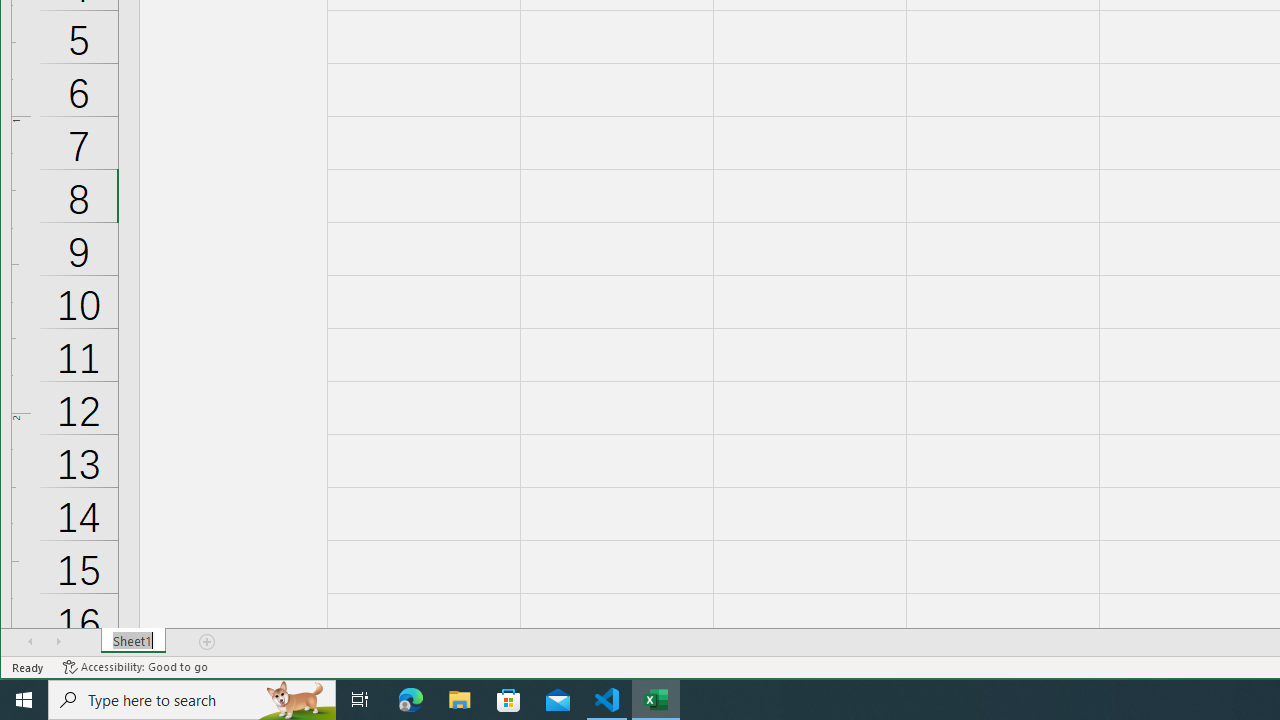 The width and height of the screenshot is (1280, 720). What do you see at coordinates (410, 698) in the screenshot?
I see `'Microsoft Edge'` at bounding box center [410, 698].